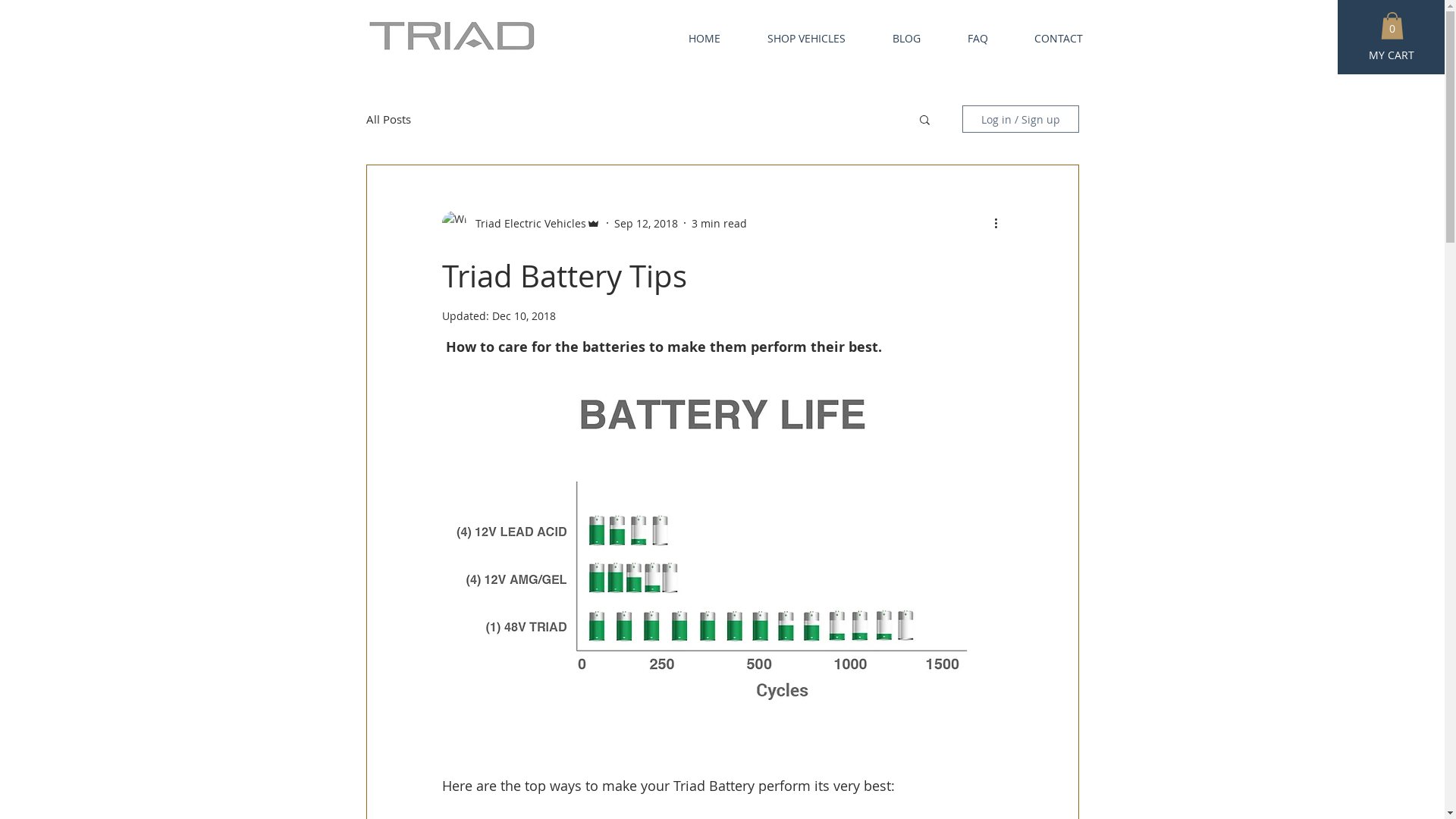 The image size is (1456, 819). Describe the element at coordinates (1046, 37) in the screenshot. I see `'CONTACT'` at that location.